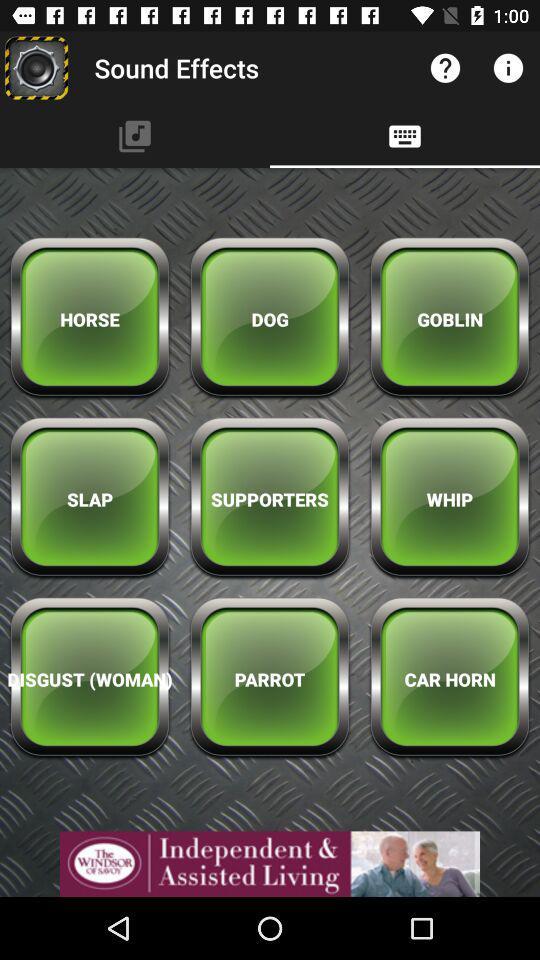 This screenshot has width=540, height=960. What do you see at coordinates (445, 68) in the screenshot?
I see `button left to information button` at bounding box center [445, 68].